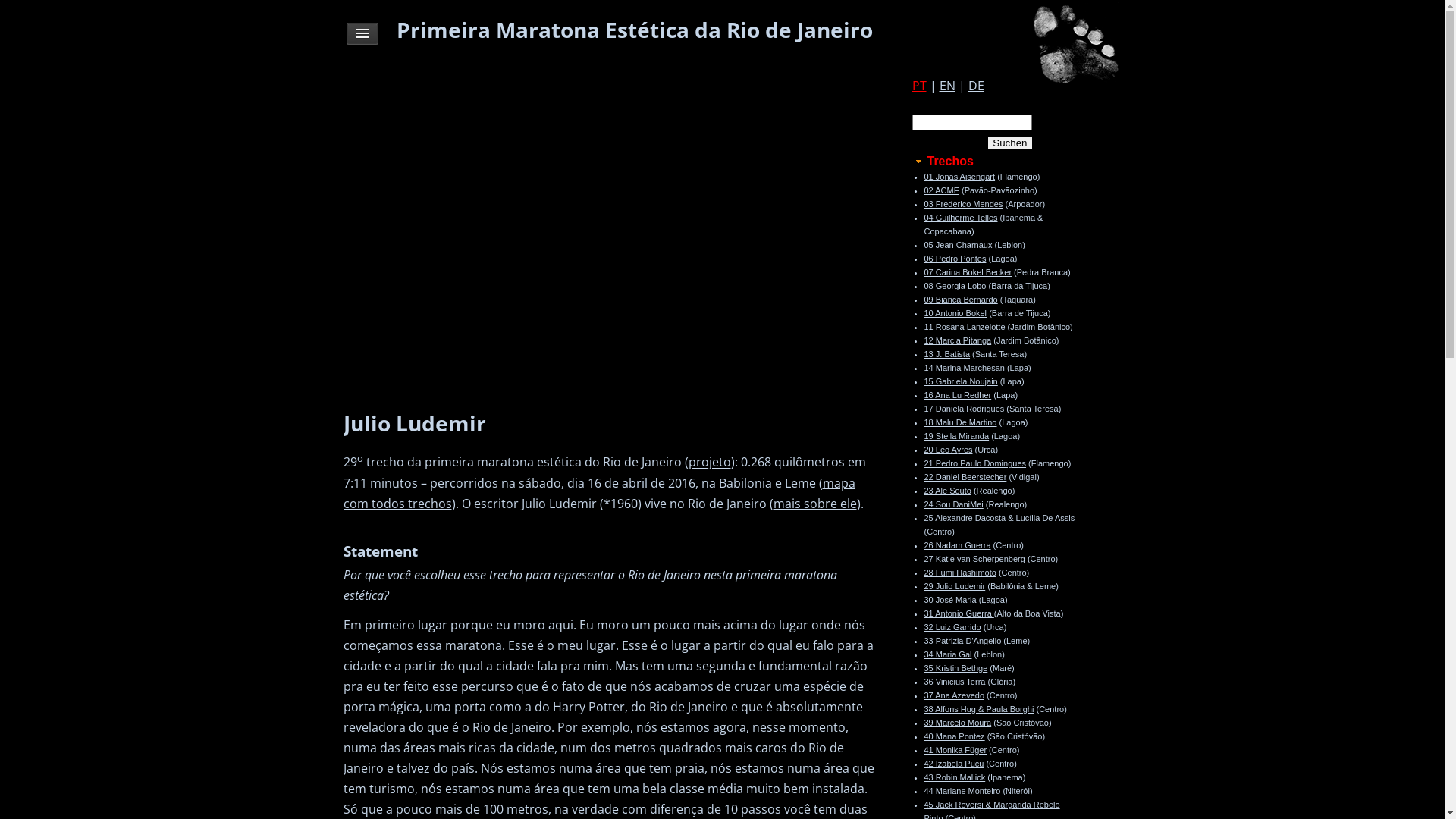  What do you see at coordinates (598, 493) in the screenshot?
I see `'mapa com todos trechos'` at bounding box center [598, 493].